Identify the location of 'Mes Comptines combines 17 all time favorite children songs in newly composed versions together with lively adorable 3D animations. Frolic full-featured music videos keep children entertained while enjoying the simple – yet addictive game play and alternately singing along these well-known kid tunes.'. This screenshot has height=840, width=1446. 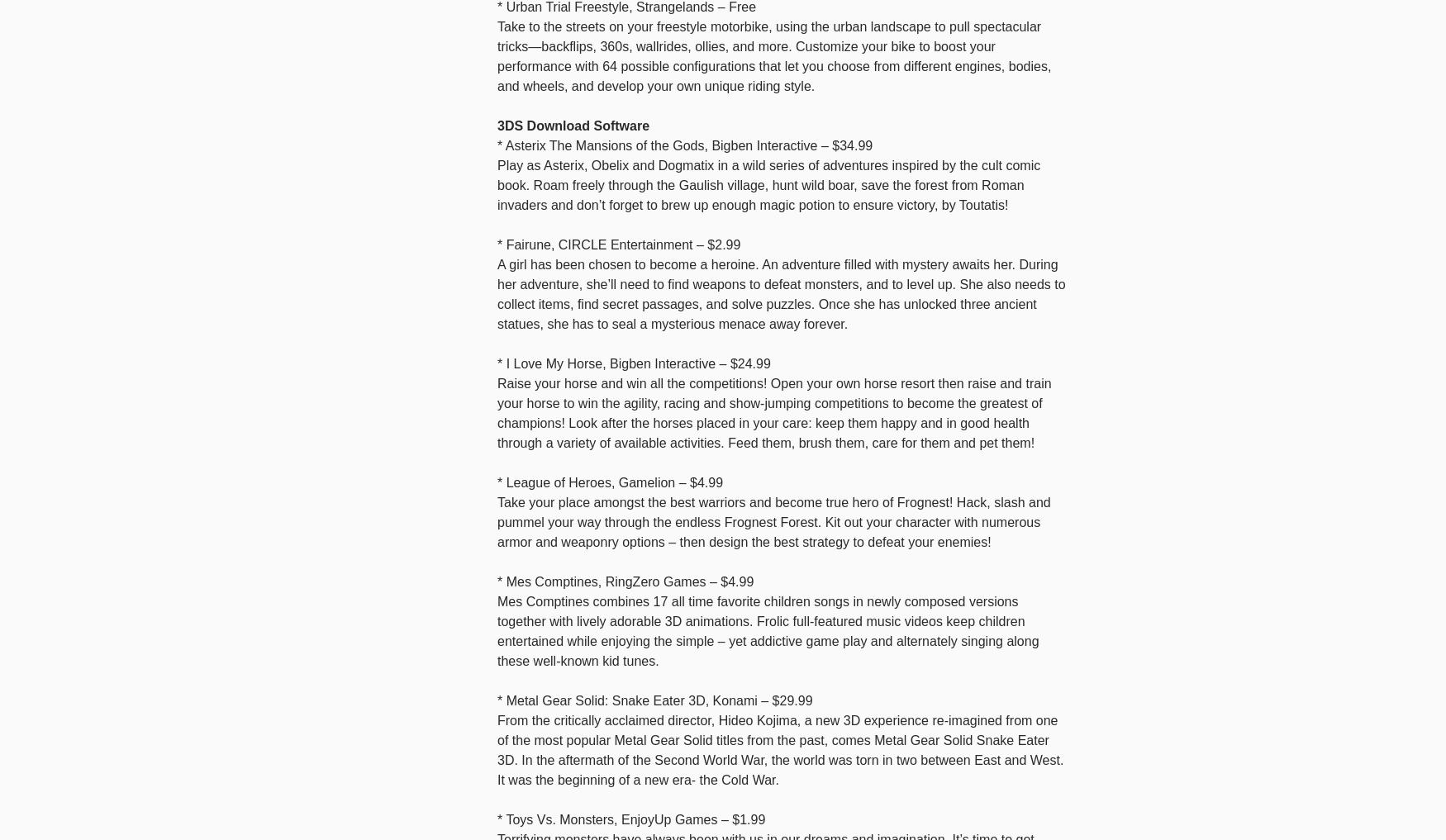
(767, 630).